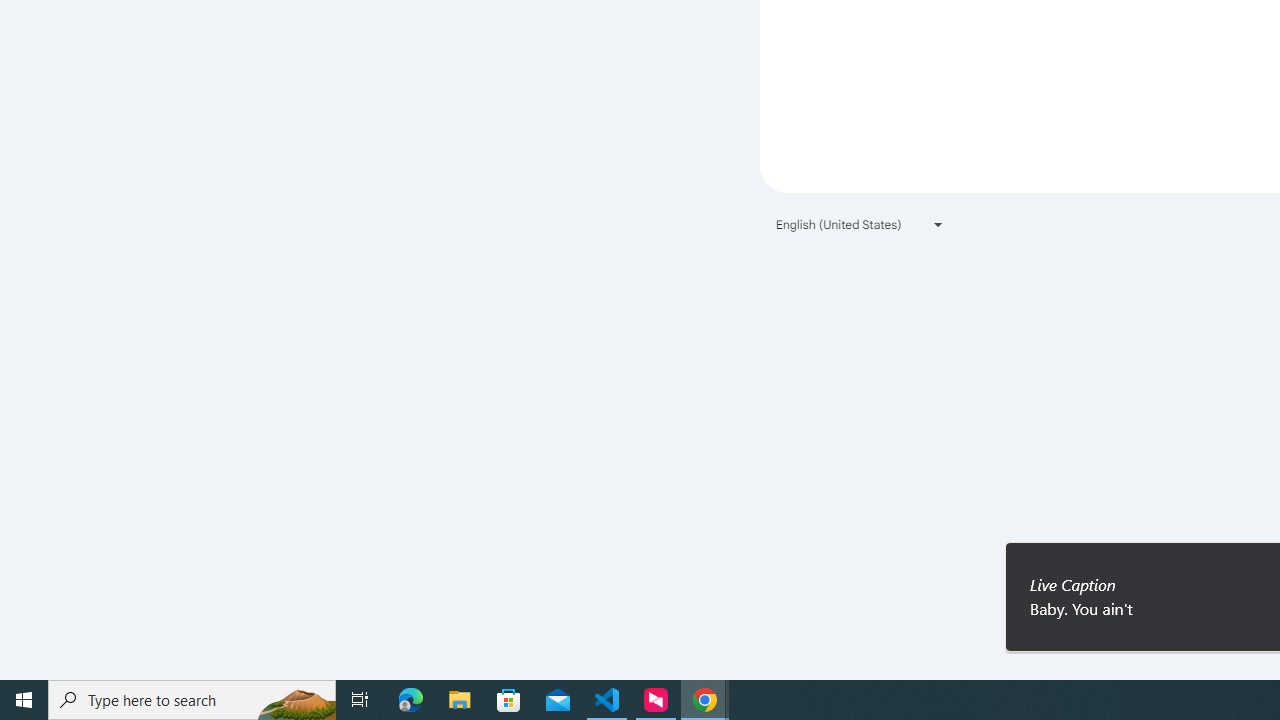 The width and height of the screenshot is (1280, 720). Describe the element at coordinates (860, 224) in the screenshot. I see `'English (United States)'` at that location.